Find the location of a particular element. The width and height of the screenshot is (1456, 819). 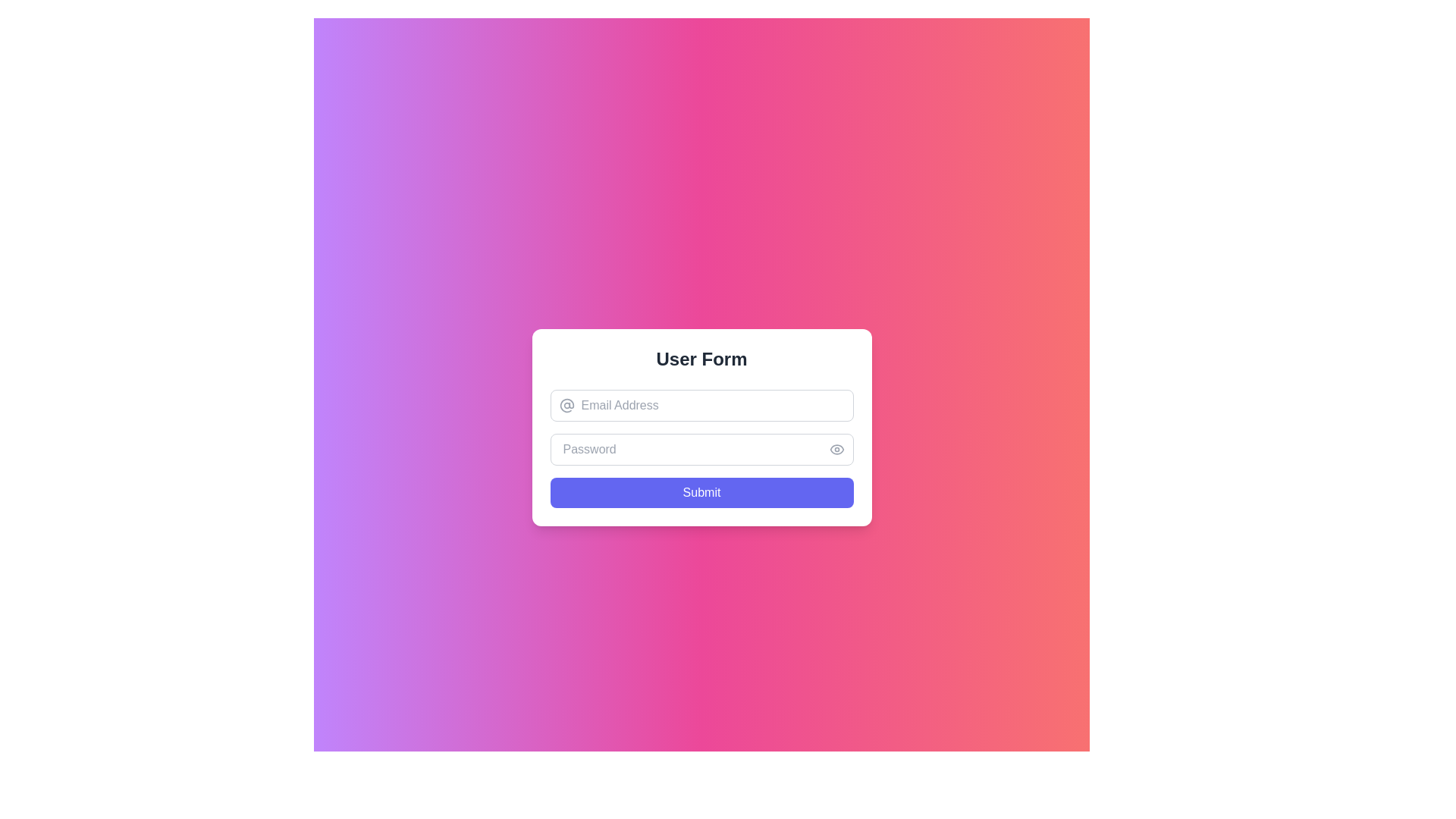

the button located at the right side of the password input field is located at coordinates (836, 449).